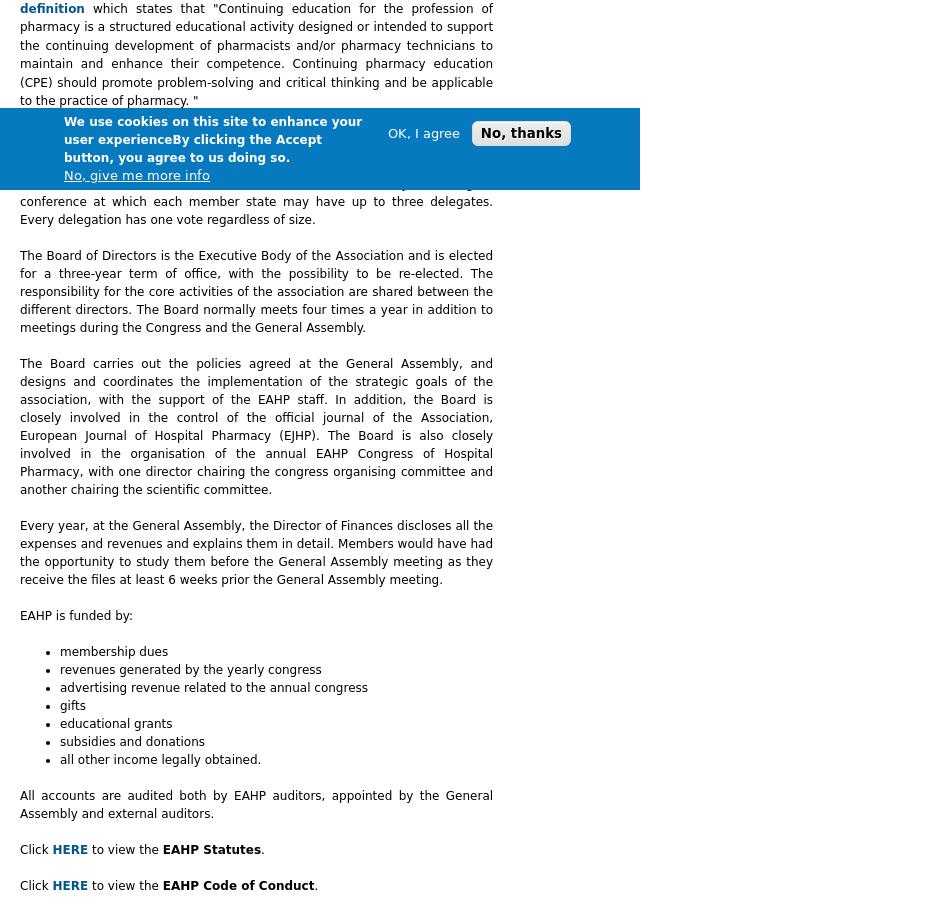  Describe the element at coordinates (161, 848) in the screenshot. I see `'EAHP Statutes'` at that location.